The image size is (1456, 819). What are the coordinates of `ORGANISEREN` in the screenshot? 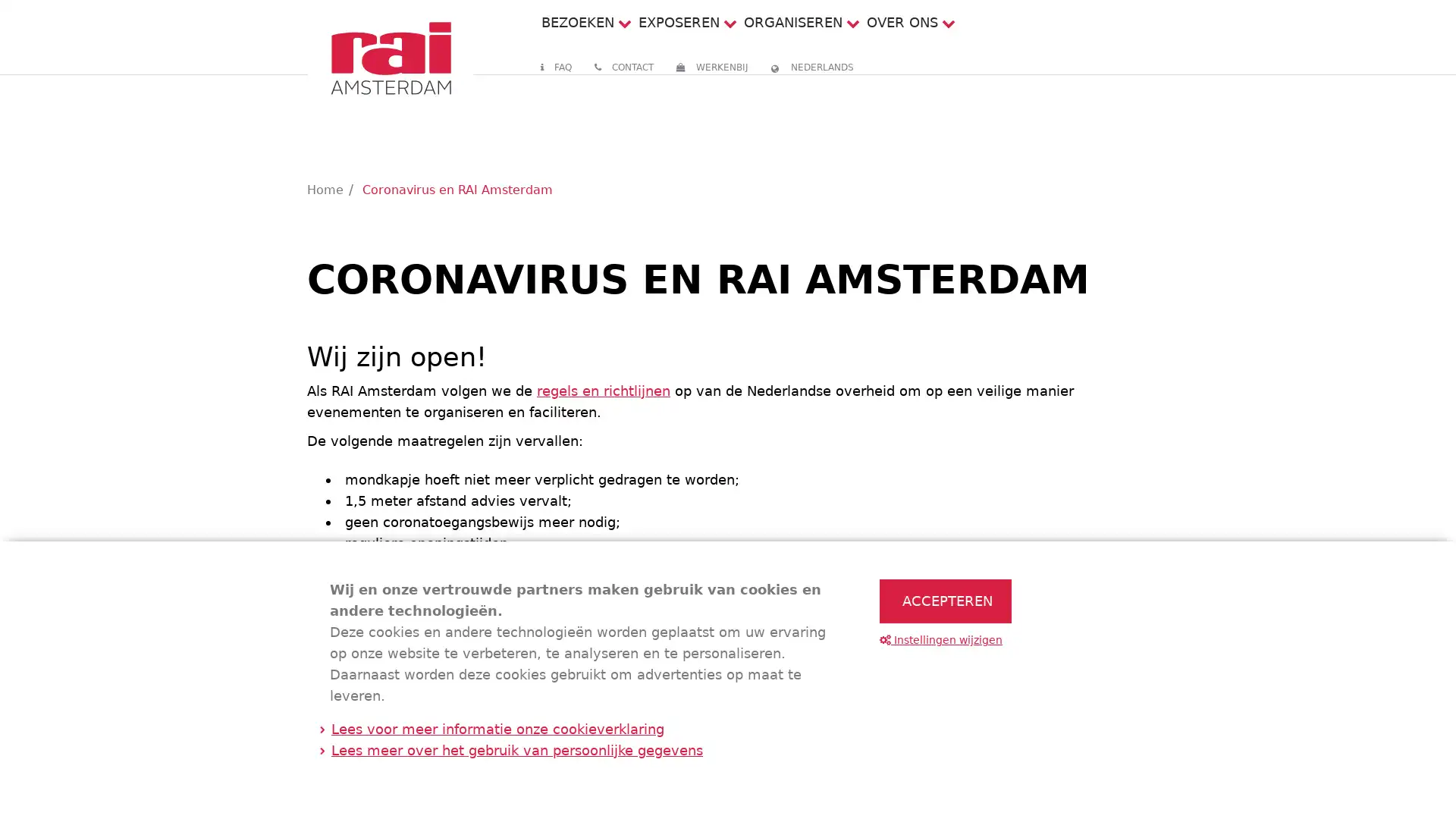 It's located at (792, 22).